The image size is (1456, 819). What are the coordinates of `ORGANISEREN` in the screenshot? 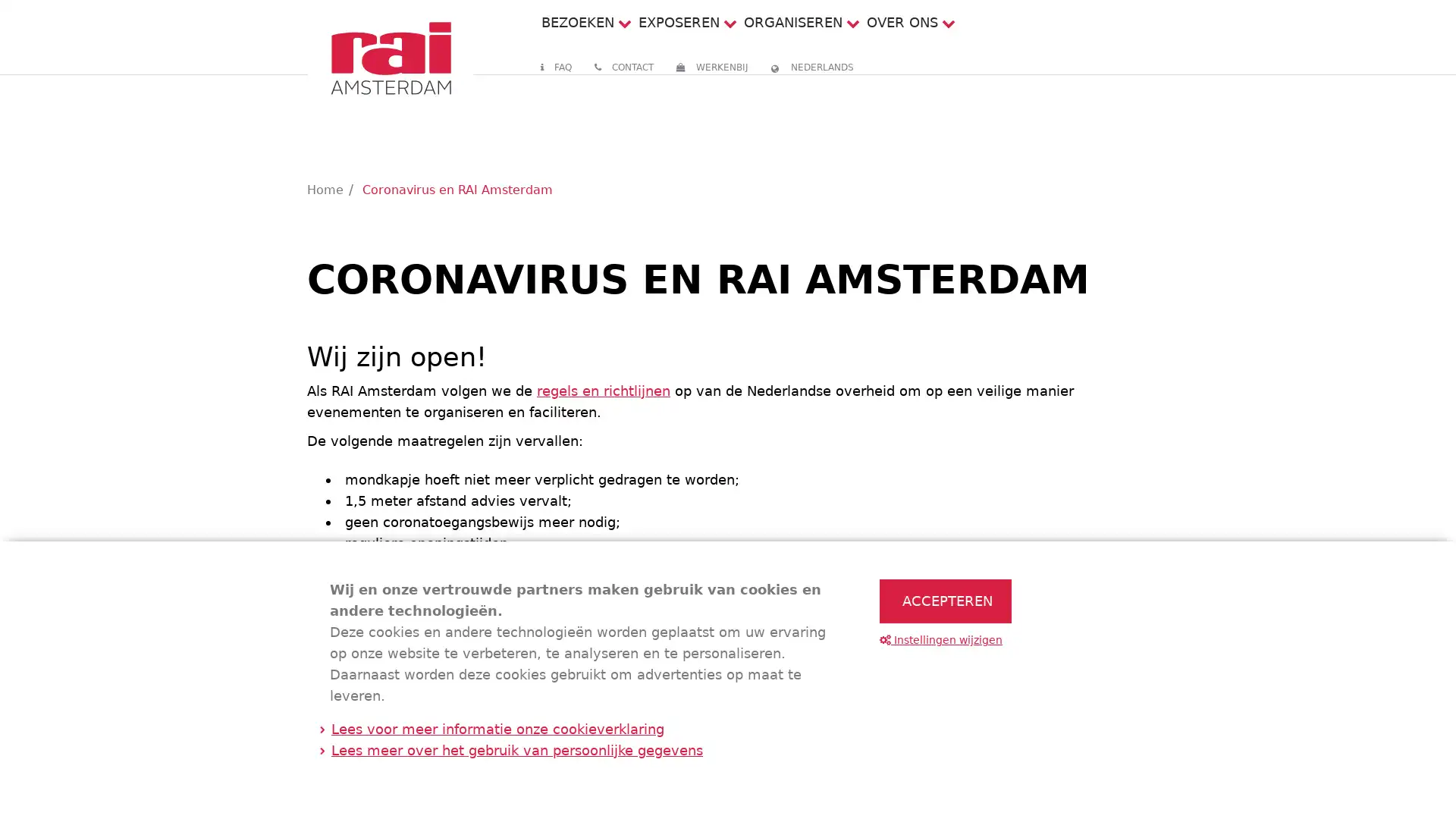 It's located at (792, 22).